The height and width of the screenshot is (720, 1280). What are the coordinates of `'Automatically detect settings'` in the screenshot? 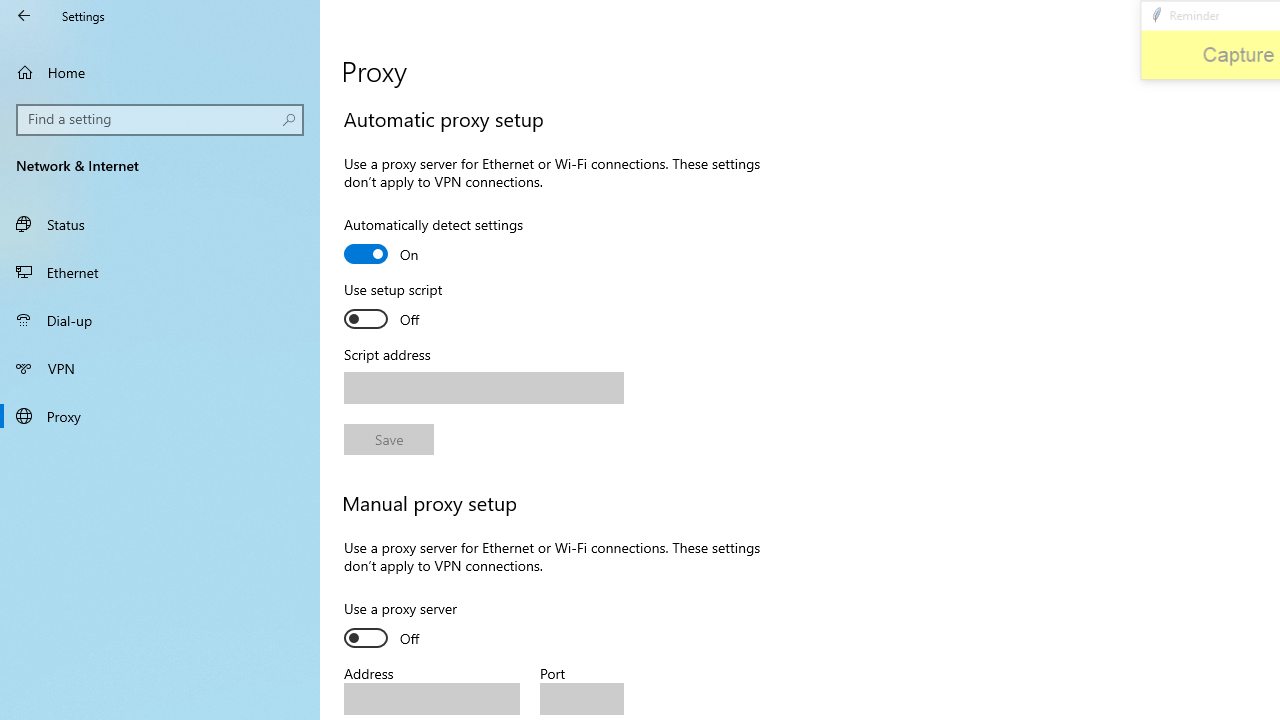 It's located at (432, 241).